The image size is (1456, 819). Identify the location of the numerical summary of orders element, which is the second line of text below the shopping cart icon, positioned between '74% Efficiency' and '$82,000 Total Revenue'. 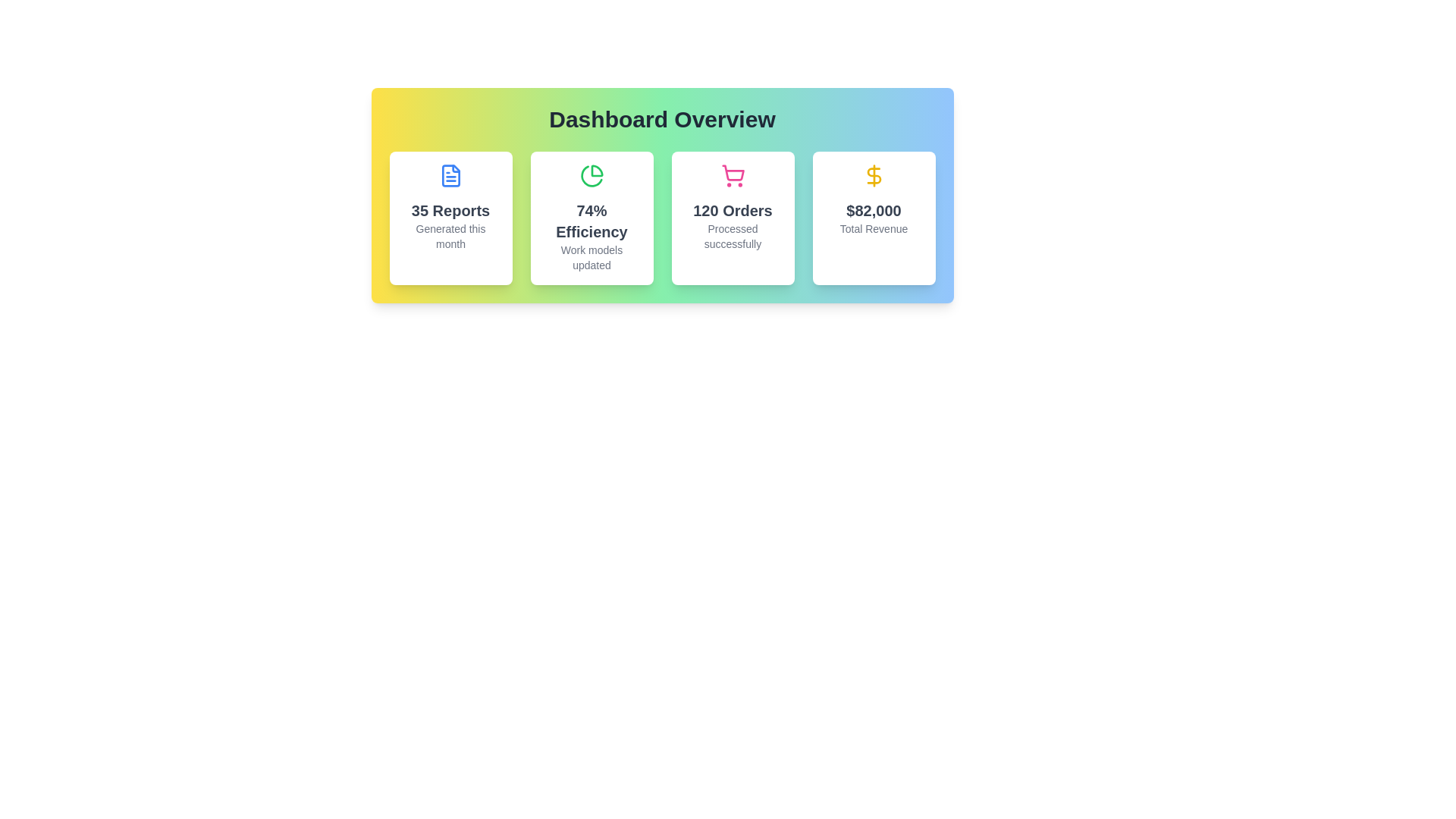
(733, 210).